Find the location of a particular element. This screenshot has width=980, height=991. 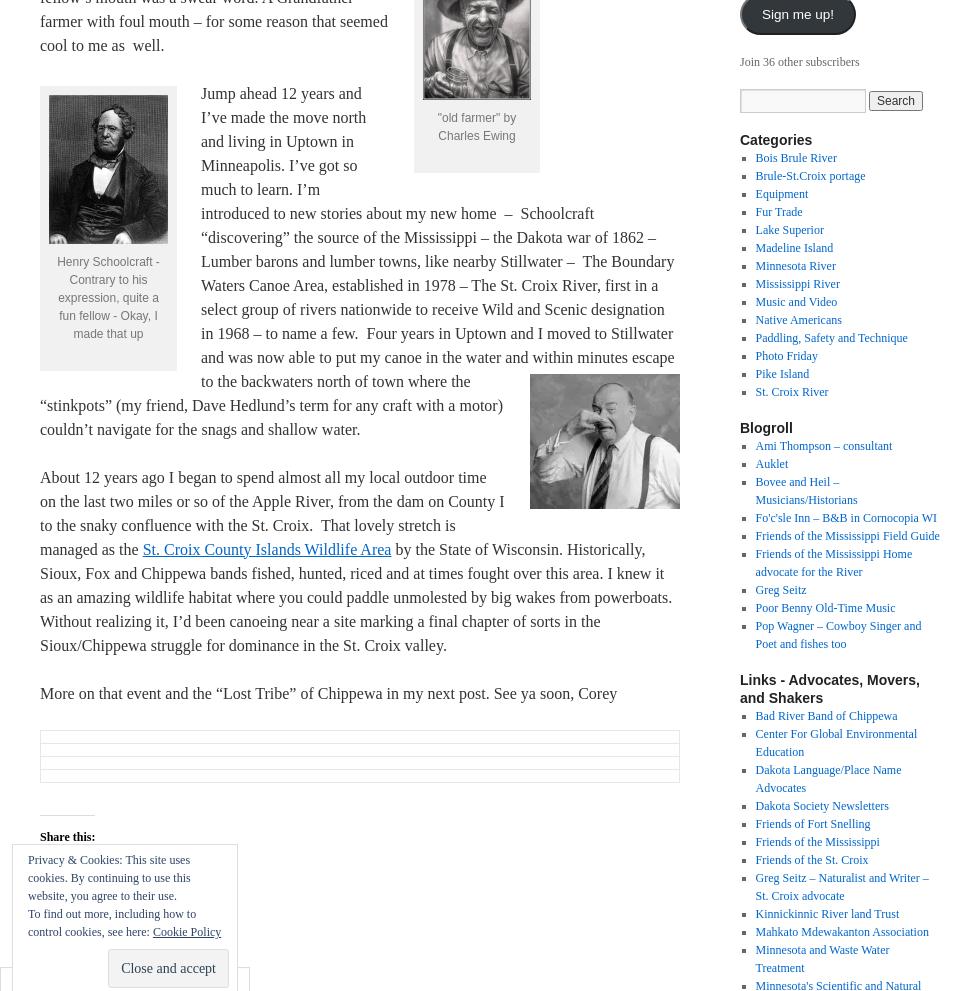

'Pop Wagner – Cowboy Singer and Poet and fishes too' is located at coordinates (754, 634).